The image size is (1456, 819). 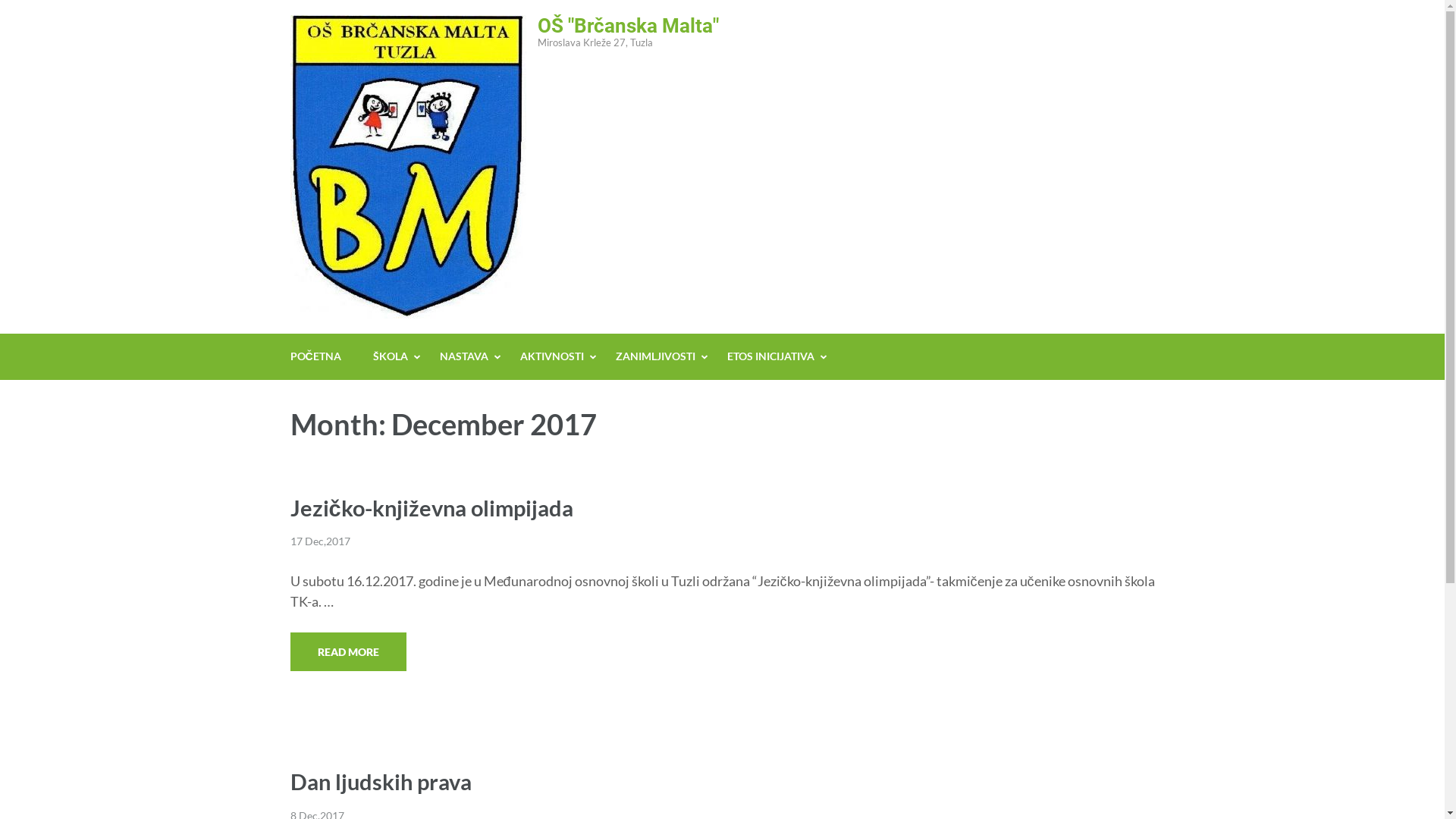 I want to click on 'ZANIMLJIVOSTI', so click(x=655, y=356).